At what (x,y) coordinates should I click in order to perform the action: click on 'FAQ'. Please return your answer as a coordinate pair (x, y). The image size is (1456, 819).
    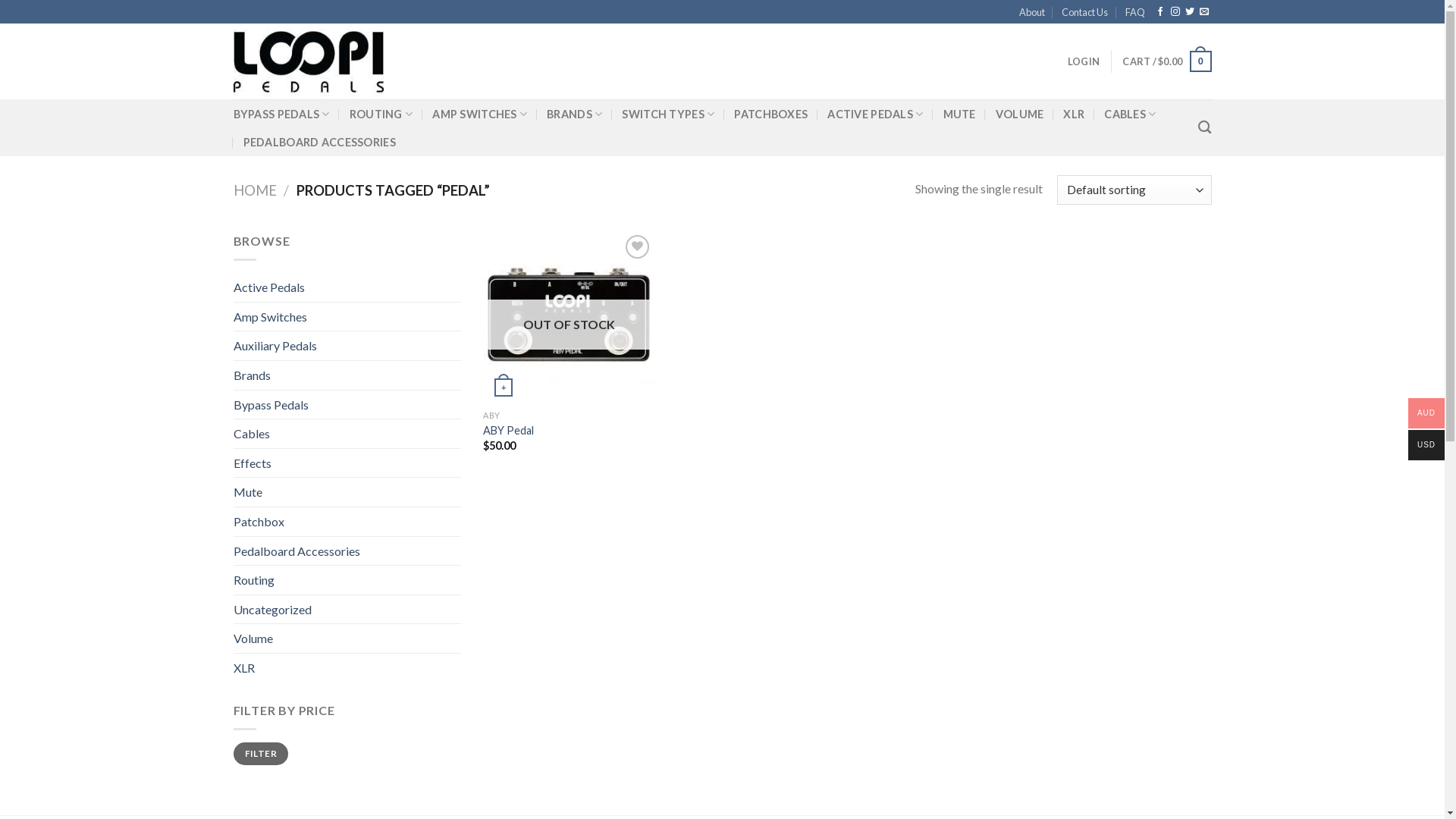
    Looking at the image, I should click on (1135, 11).